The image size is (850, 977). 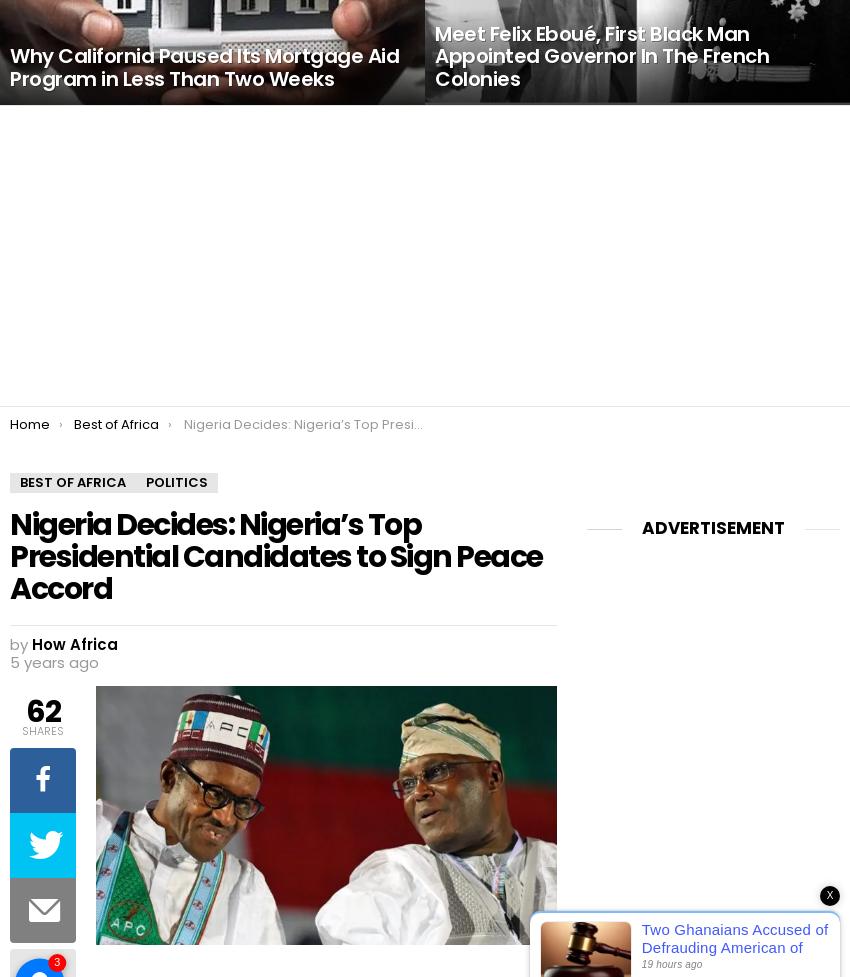 I want to click on '5 years ago', so click(x=54, y=662).